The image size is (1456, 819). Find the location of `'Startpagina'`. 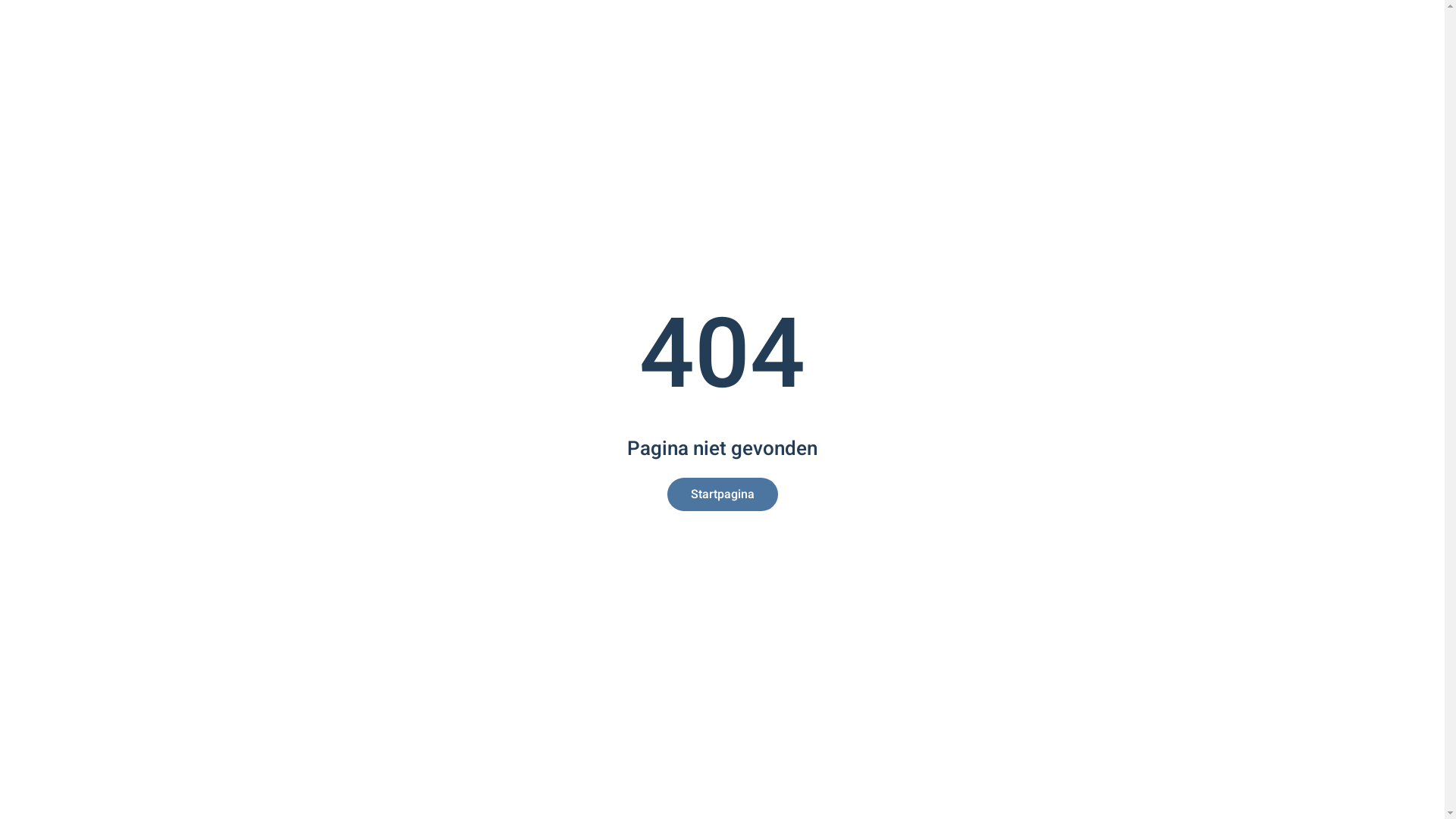

'Startpagina' is located at coordinates (667, 494).